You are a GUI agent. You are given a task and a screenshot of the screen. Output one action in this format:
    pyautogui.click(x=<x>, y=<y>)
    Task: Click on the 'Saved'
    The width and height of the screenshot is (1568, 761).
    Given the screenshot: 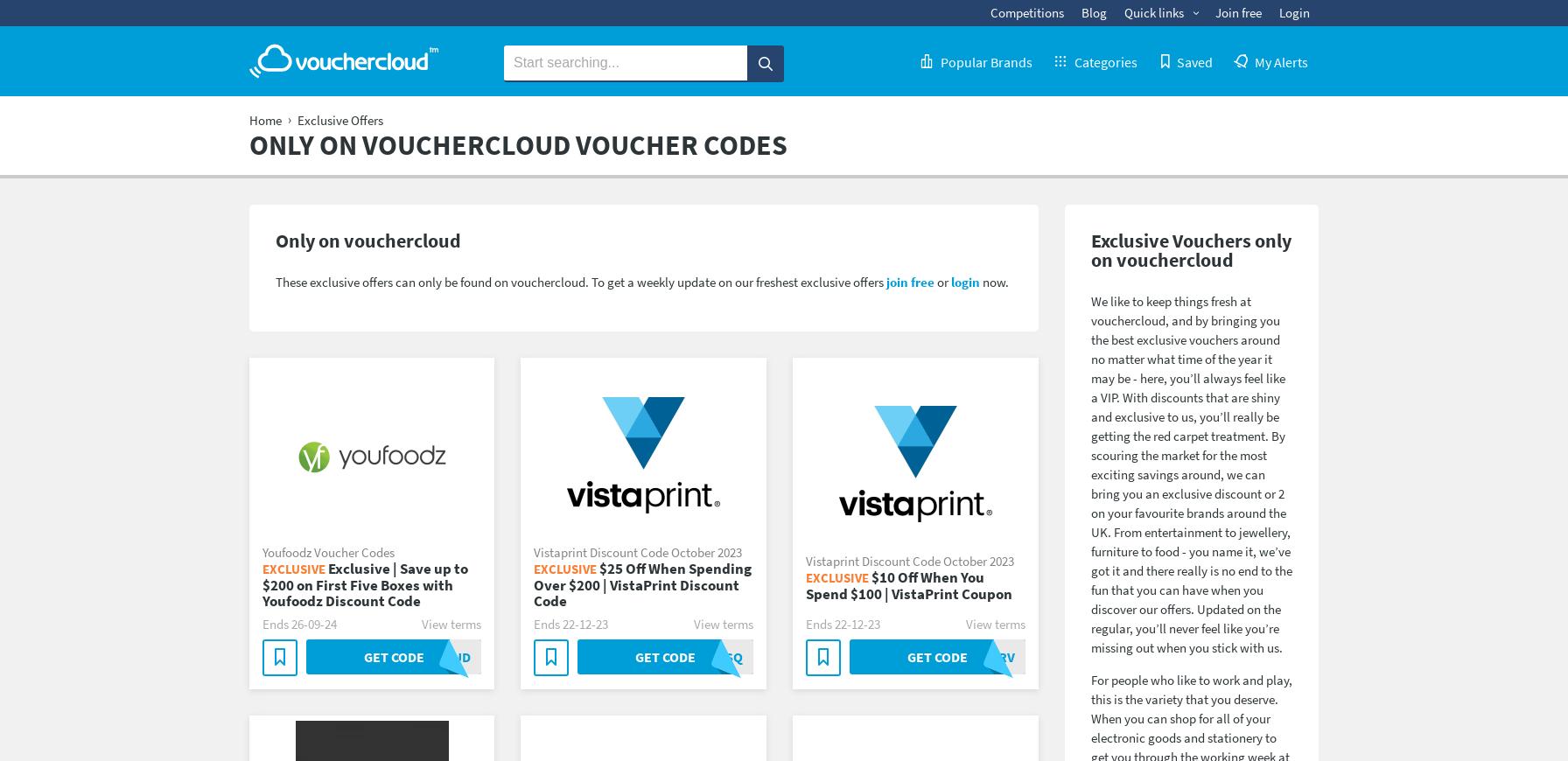 What is the action you would take?
    pyautogui.click(x=1194, y=60)
    